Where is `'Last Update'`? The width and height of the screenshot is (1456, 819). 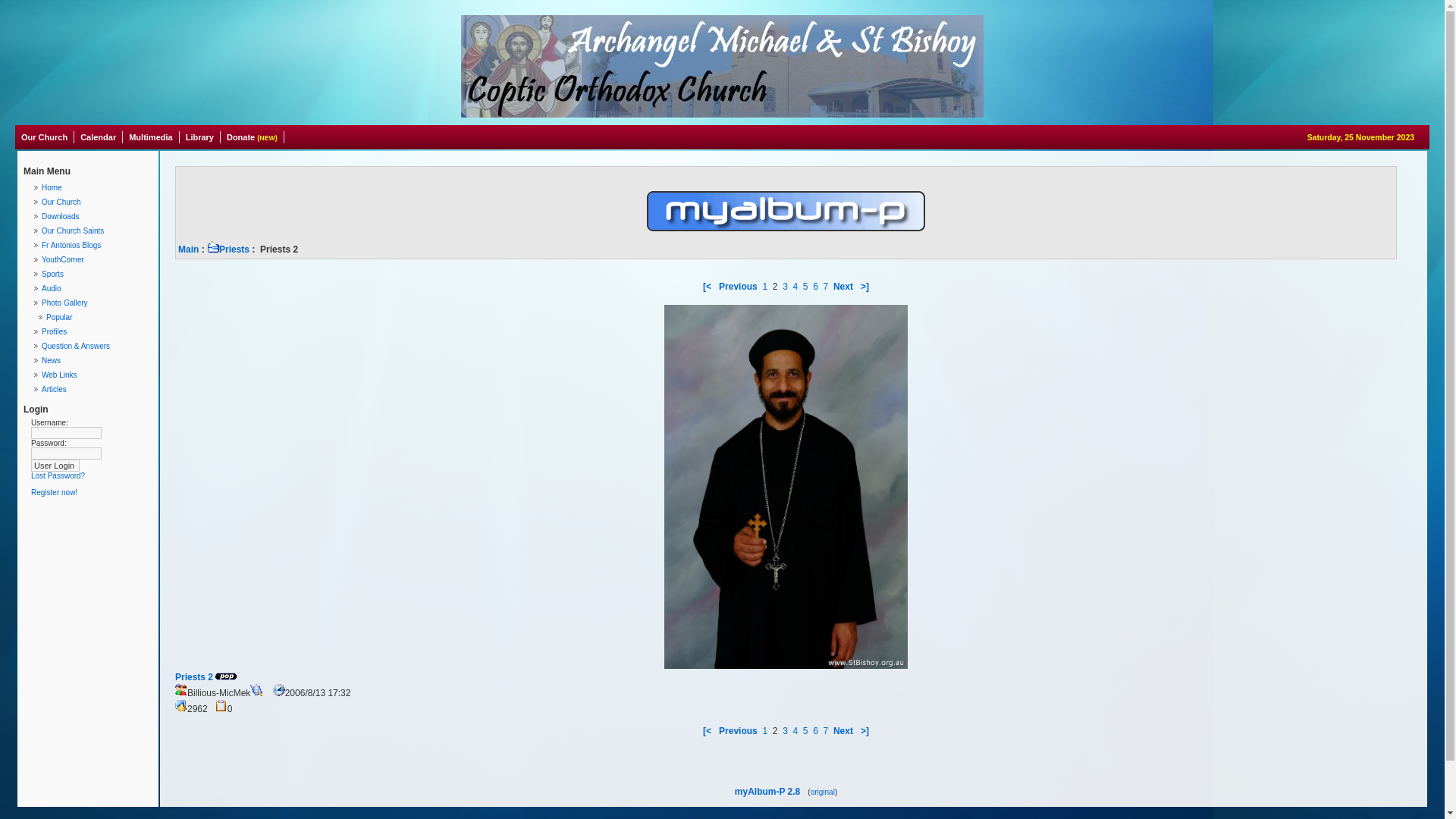 'Last Update' is located at coordinates (279, 690).